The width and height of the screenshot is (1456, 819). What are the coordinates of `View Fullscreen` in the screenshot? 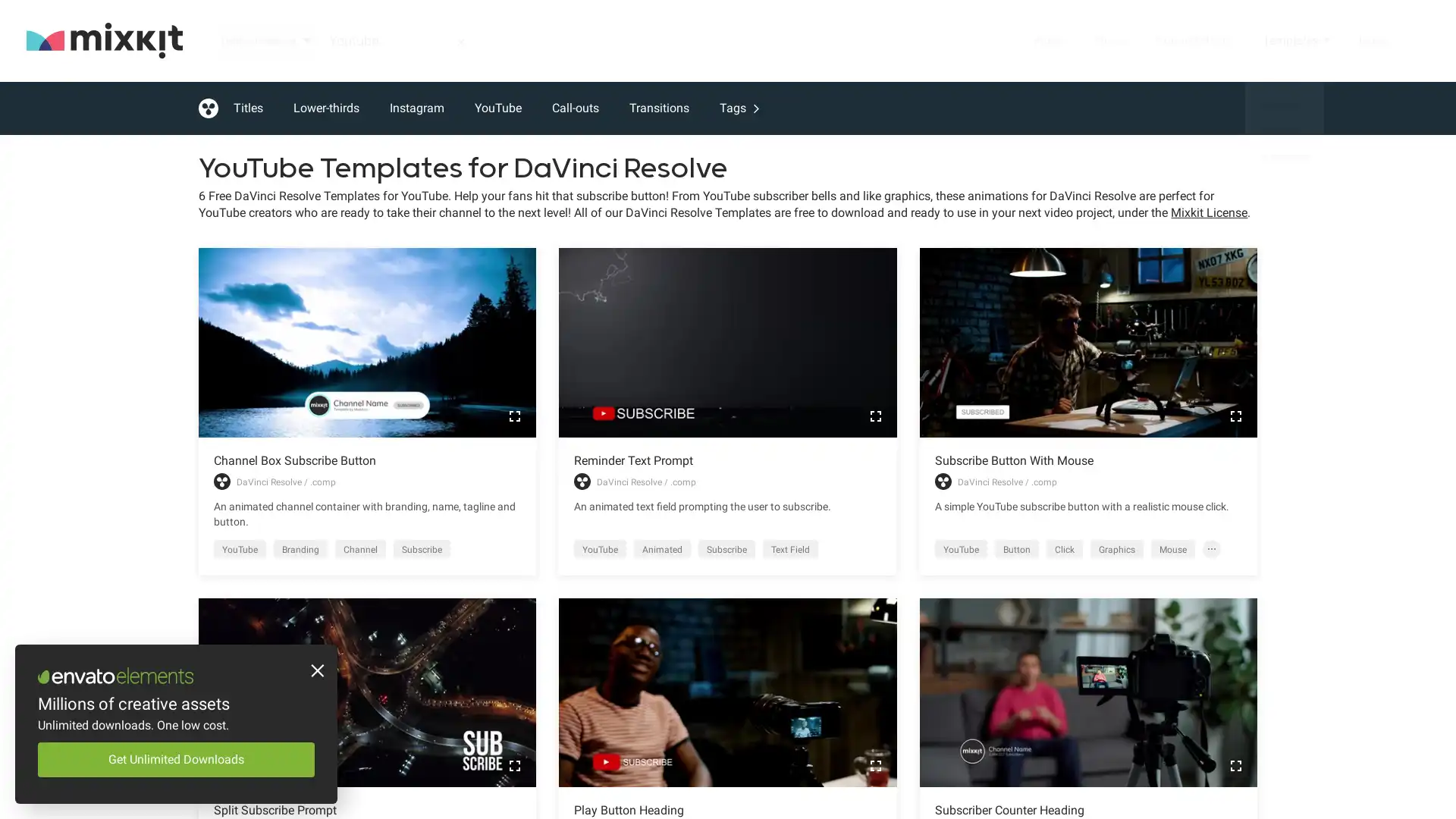 It's located at (514, 415).